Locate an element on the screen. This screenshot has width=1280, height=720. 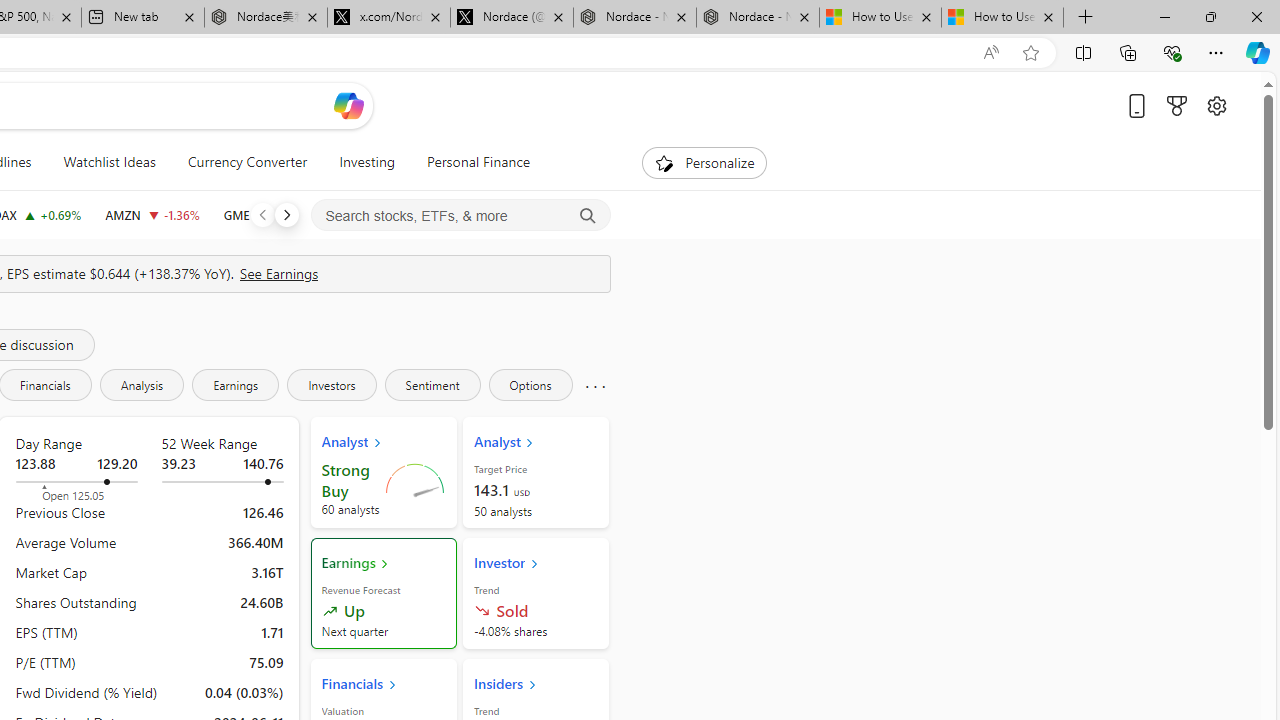
'Options' is located at coordinates (530, 384).